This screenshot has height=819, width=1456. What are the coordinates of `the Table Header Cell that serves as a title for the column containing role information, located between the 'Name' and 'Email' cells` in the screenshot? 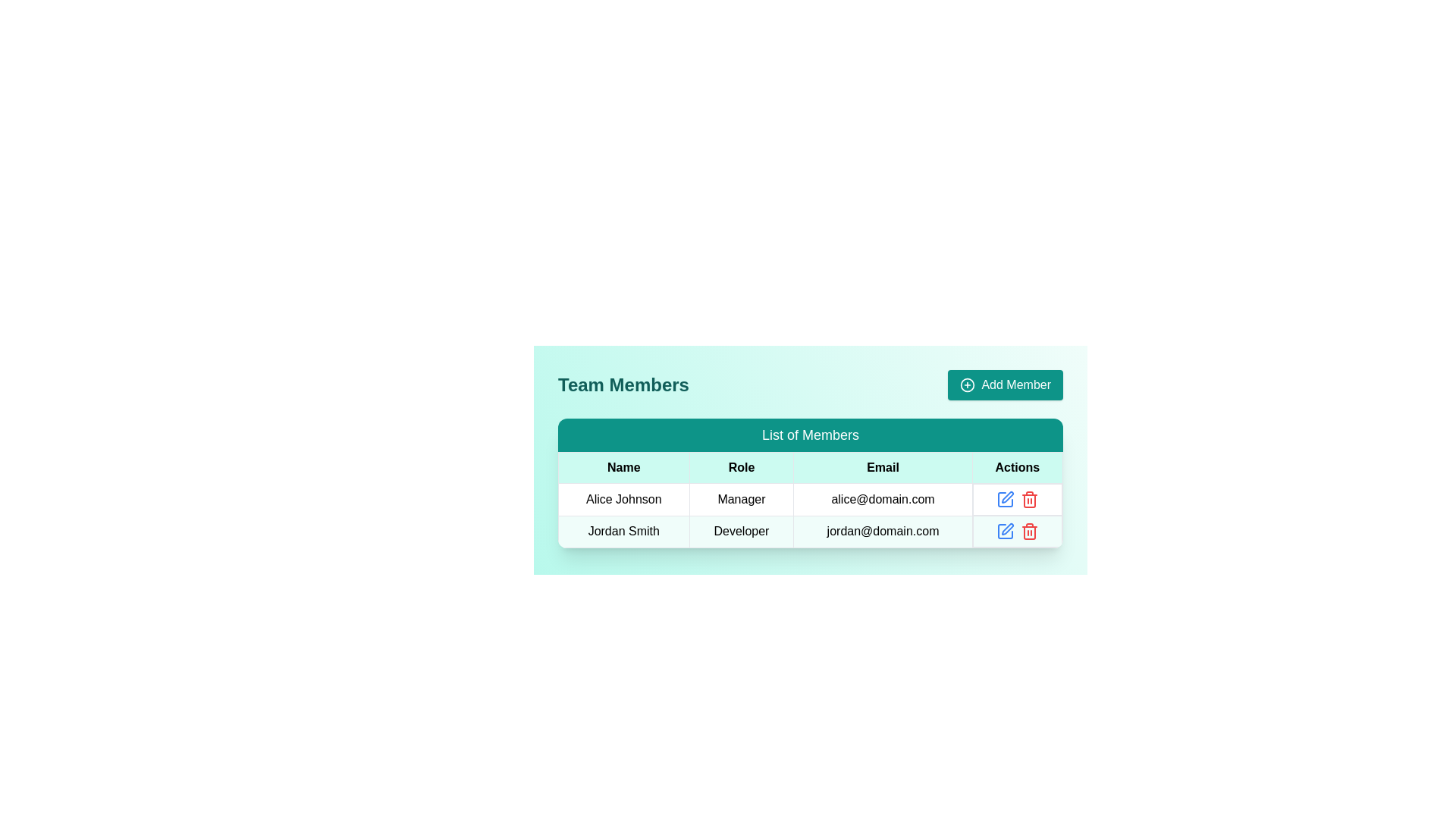 It's located at (742, 467).